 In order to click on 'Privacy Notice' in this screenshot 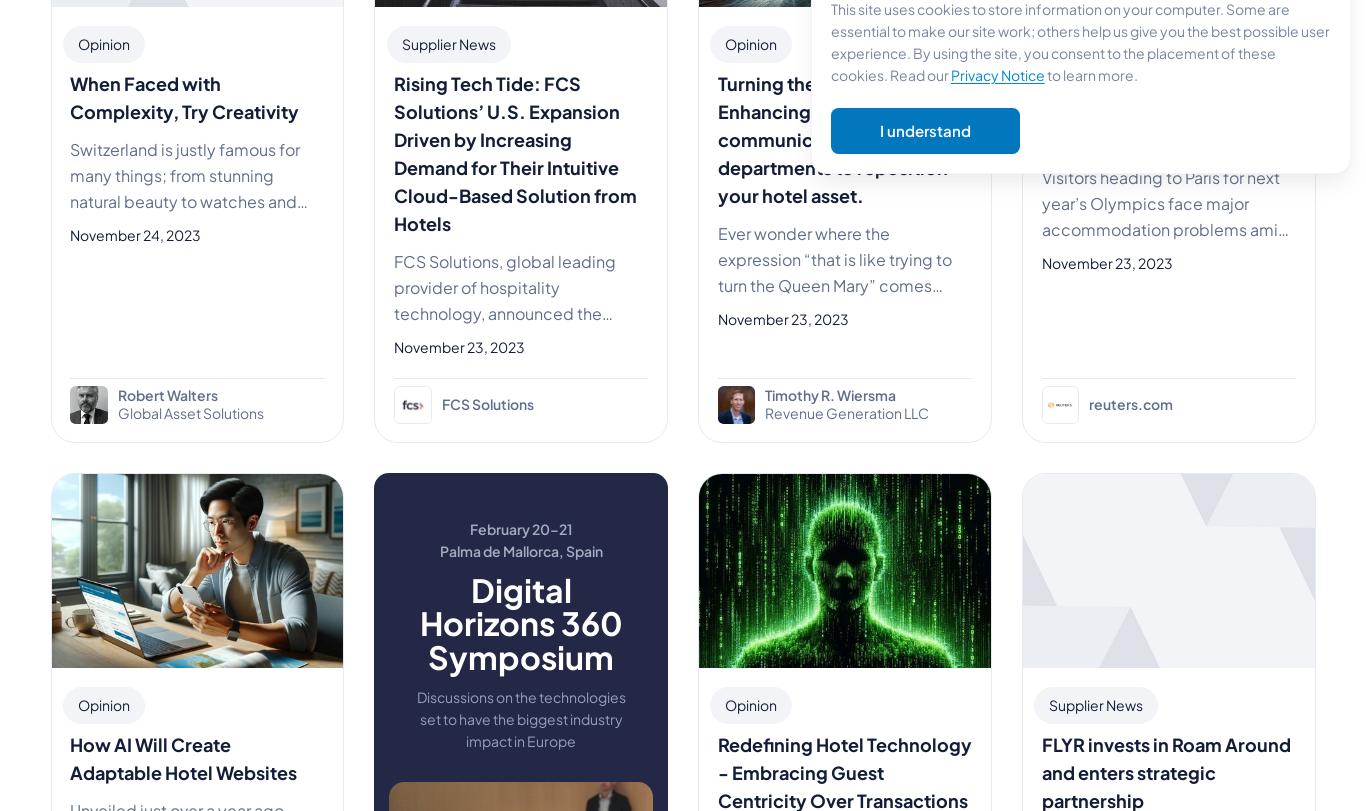, I will do `click(997, 73)`.